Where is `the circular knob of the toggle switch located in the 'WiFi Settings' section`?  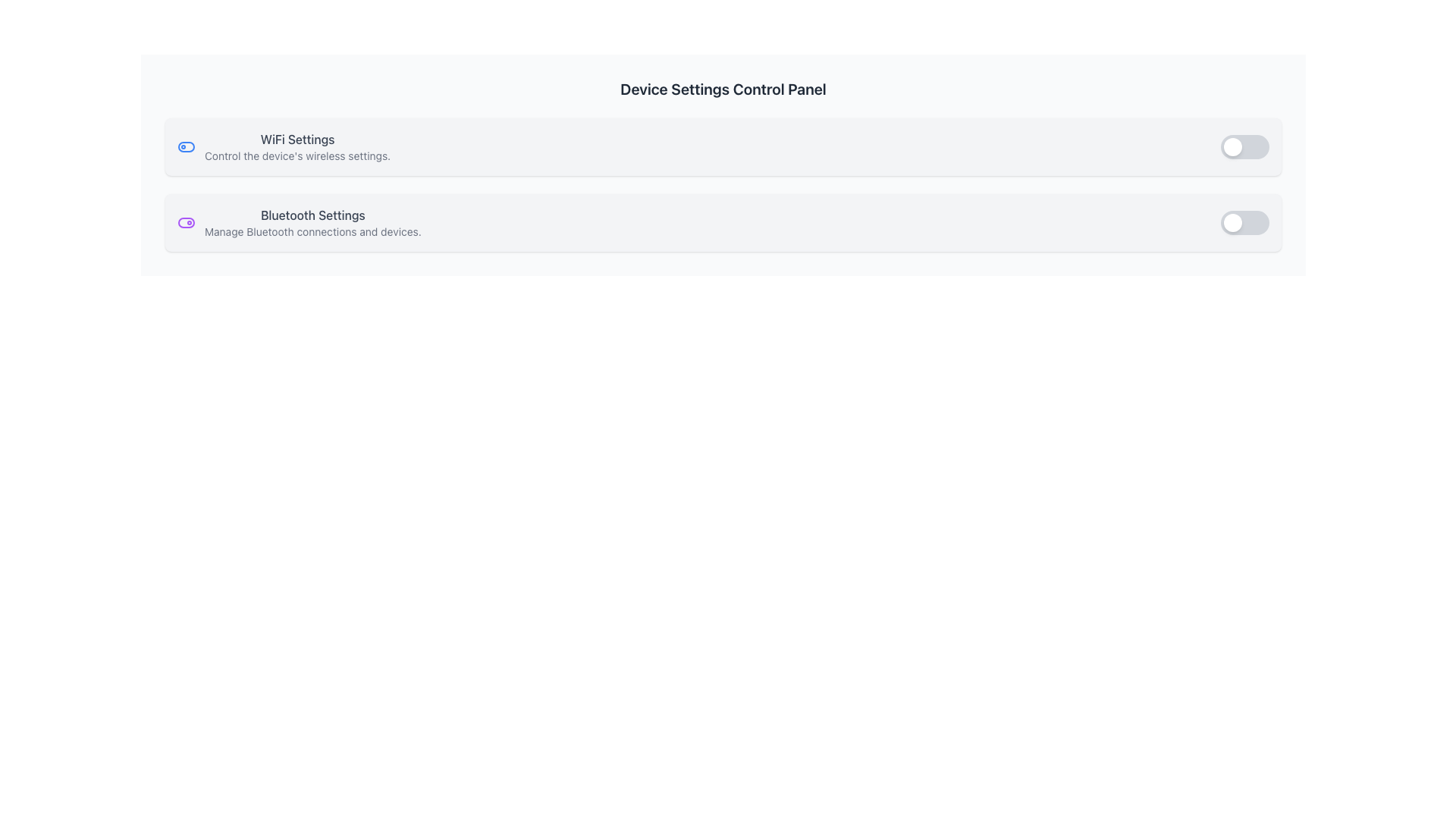 the circular knob of the toggle switch located in the 'WiFi Settings' section is located at coordinates (1244, 146).